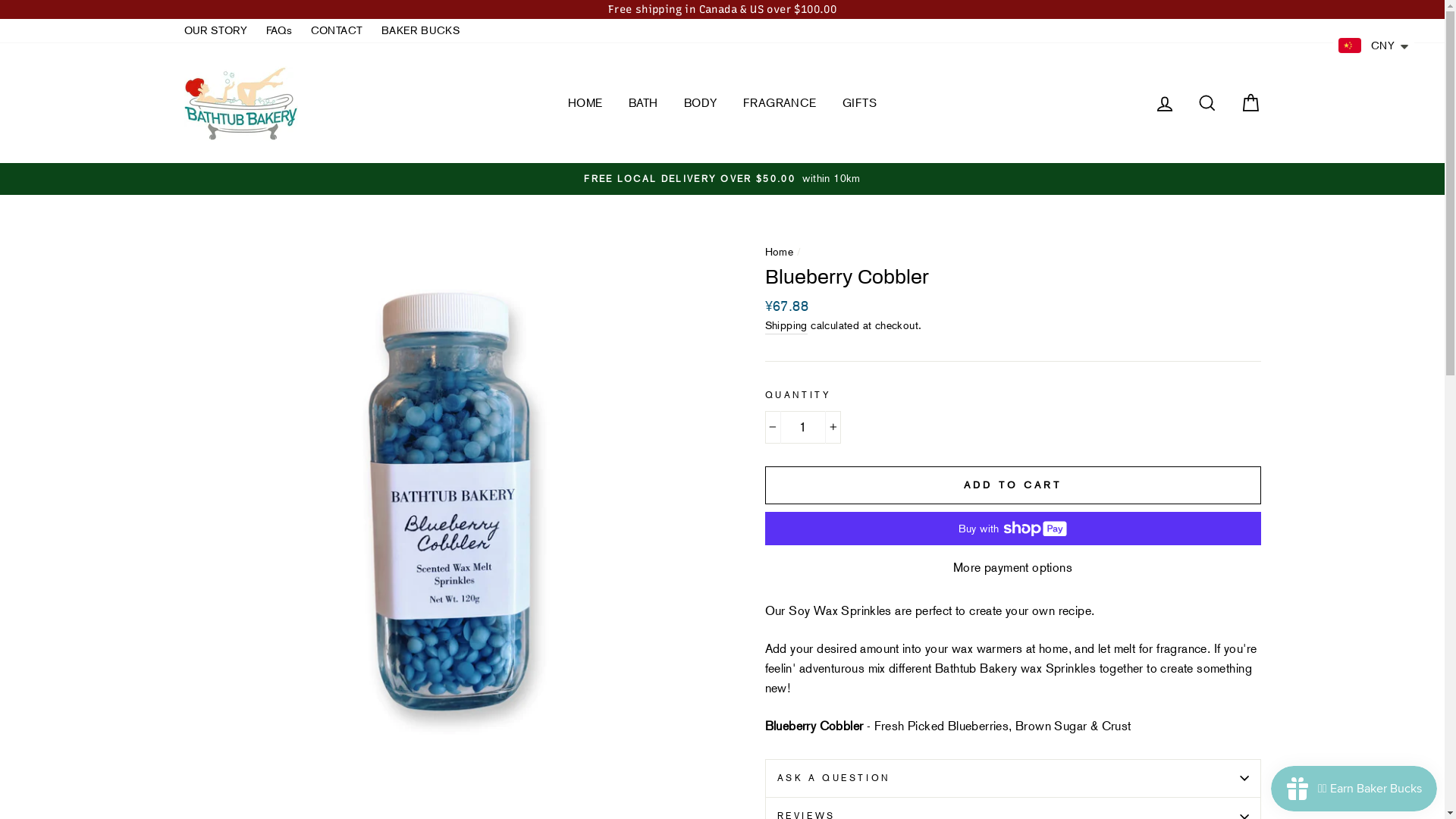 This screenshot has height=819, width=1456. I want to click on '+', so click(832, 427).